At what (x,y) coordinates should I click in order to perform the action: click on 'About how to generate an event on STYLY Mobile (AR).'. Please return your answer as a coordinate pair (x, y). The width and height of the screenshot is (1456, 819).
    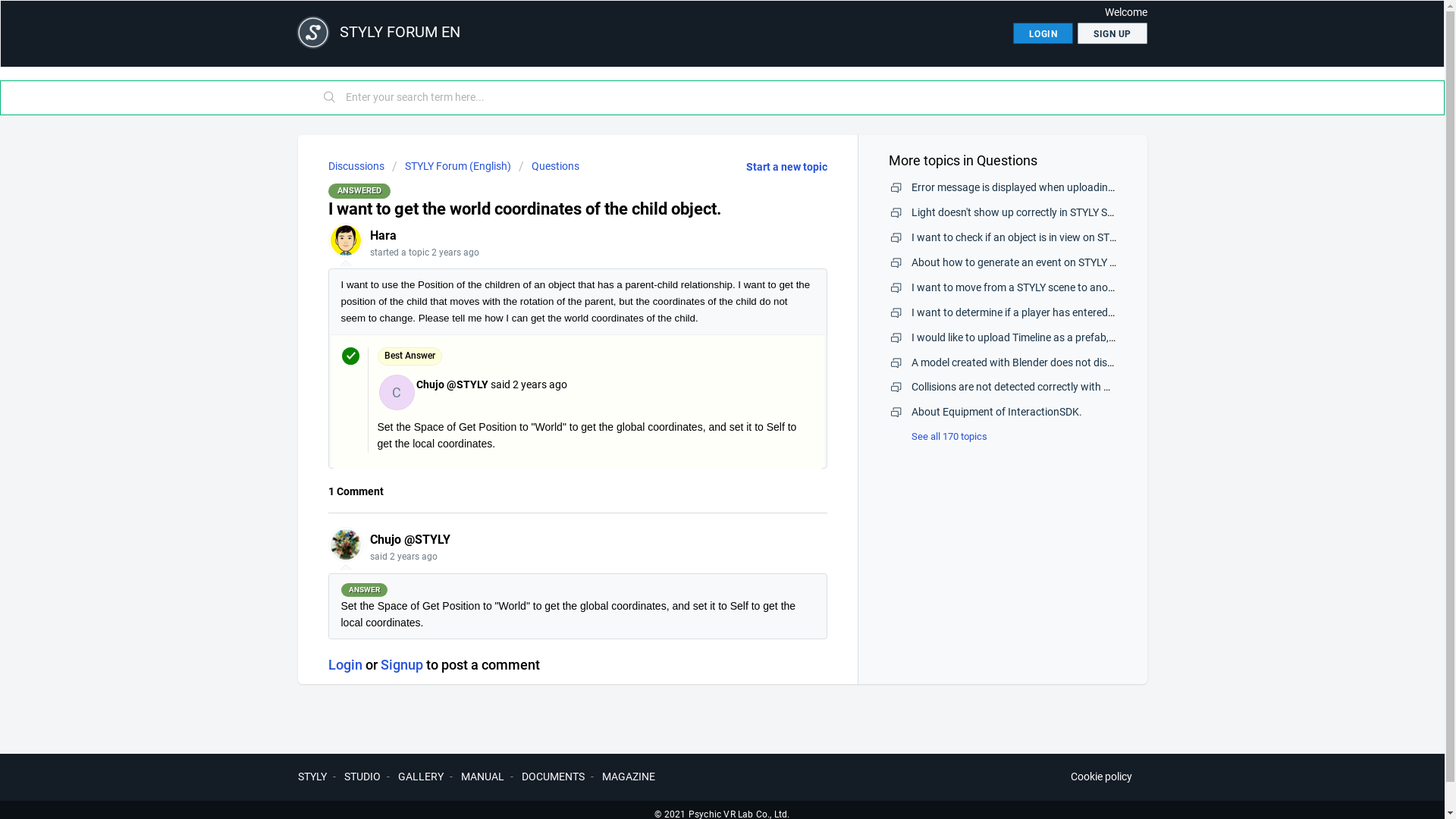
    Looking at the image, I should click on (1038, 262).